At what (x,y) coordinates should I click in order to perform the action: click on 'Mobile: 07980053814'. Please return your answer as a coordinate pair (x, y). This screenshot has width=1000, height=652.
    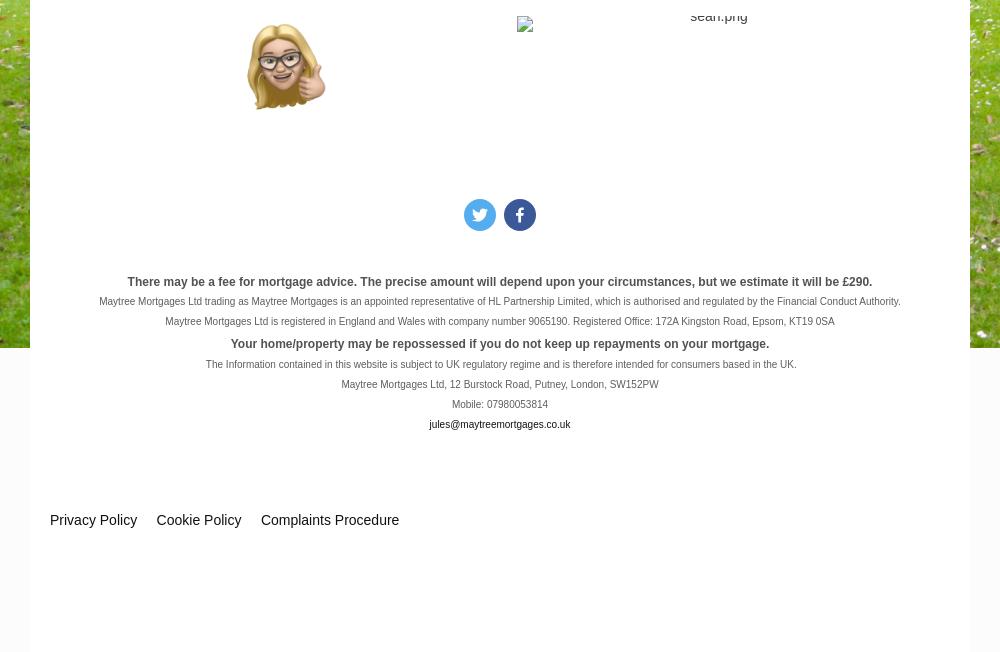
    Looking at the image, I should click on (498, 404).